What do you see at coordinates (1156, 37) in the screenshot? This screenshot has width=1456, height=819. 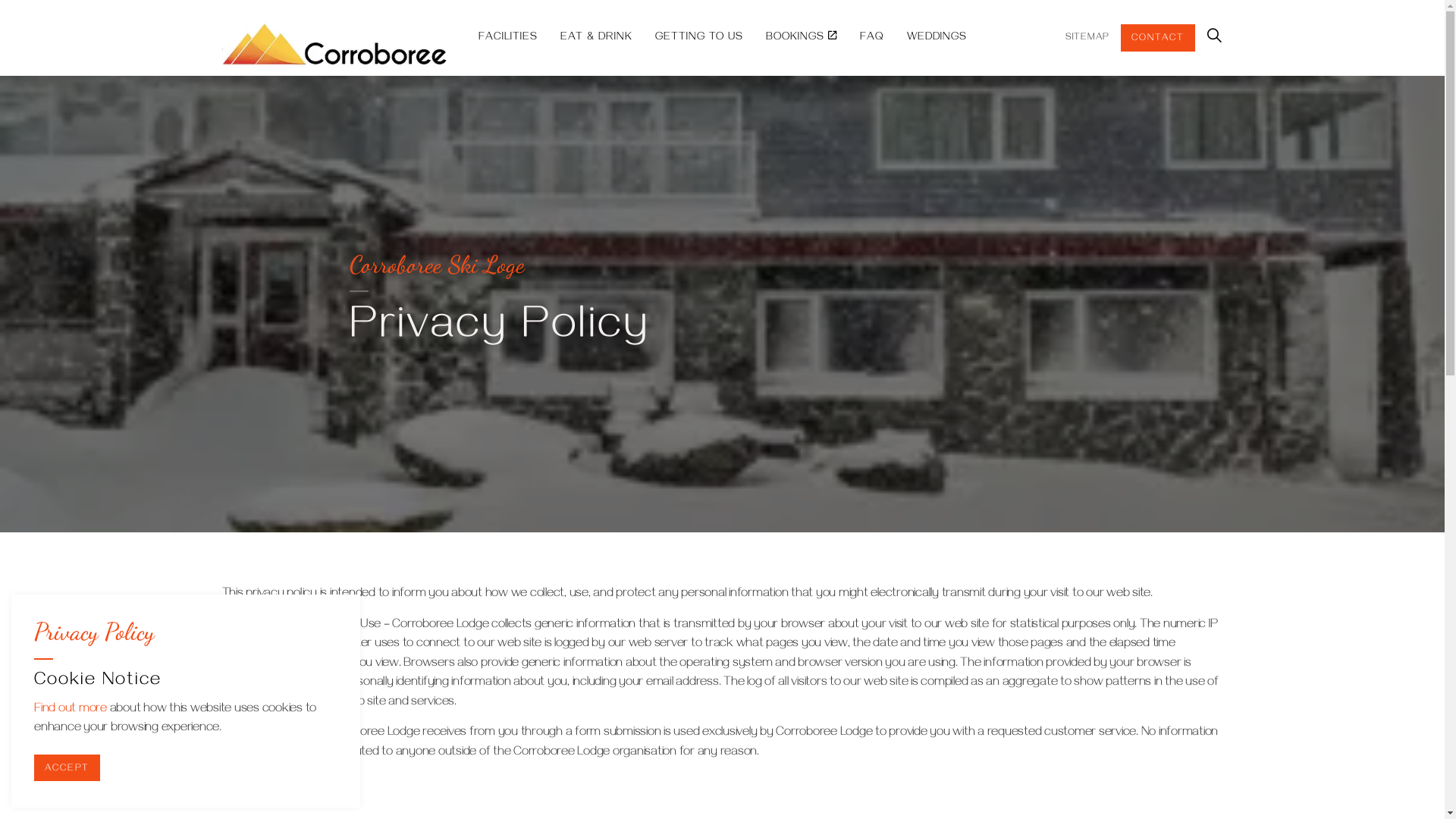 I see `'CONTACT'` at bounding box center [1156, 37].